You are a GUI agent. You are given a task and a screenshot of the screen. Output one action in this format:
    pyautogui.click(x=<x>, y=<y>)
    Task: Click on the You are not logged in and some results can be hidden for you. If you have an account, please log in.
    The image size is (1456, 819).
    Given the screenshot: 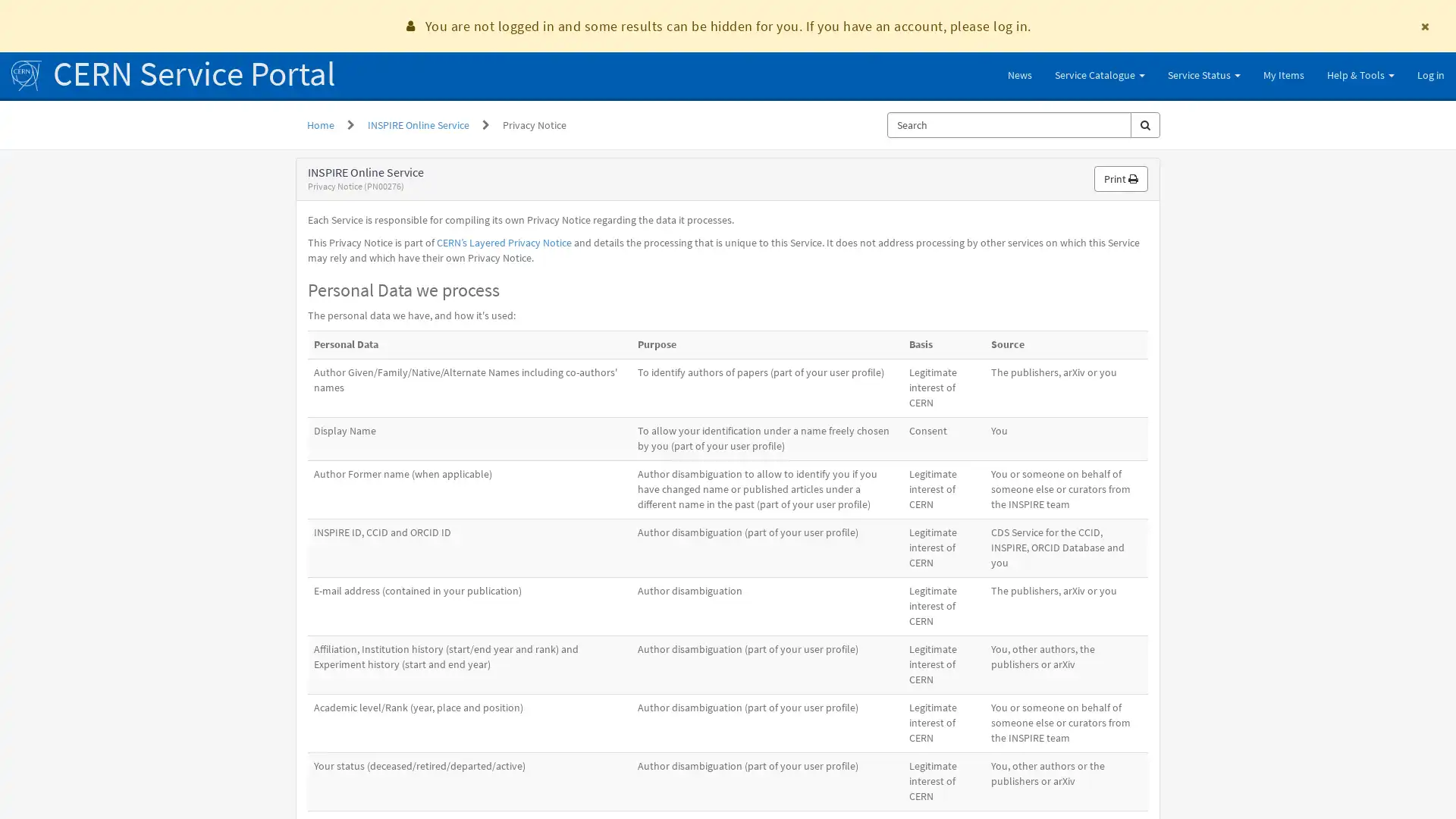 What is the action you would take?
    pyautogui.click(x=726, y=26)
    